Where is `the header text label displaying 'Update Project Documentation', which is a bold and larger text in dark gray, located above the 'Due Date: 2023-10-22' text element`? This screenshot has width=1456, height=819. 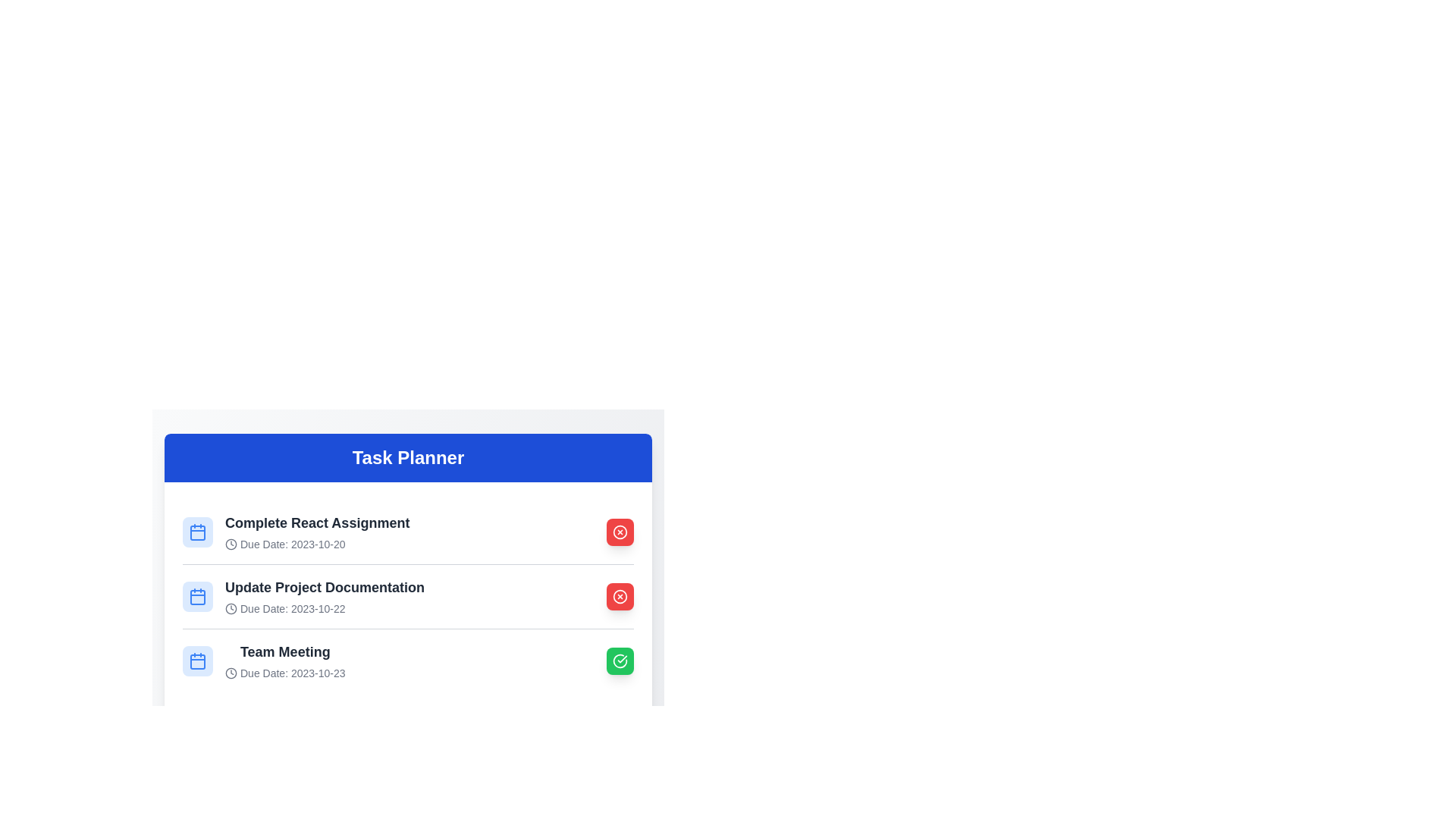 the header text label displaying 'Update Project Documentation', which is a bold and larger text in dark gray, located above the 'Due Date: 2023-10-22' text element is located at coordinates (324, 587).